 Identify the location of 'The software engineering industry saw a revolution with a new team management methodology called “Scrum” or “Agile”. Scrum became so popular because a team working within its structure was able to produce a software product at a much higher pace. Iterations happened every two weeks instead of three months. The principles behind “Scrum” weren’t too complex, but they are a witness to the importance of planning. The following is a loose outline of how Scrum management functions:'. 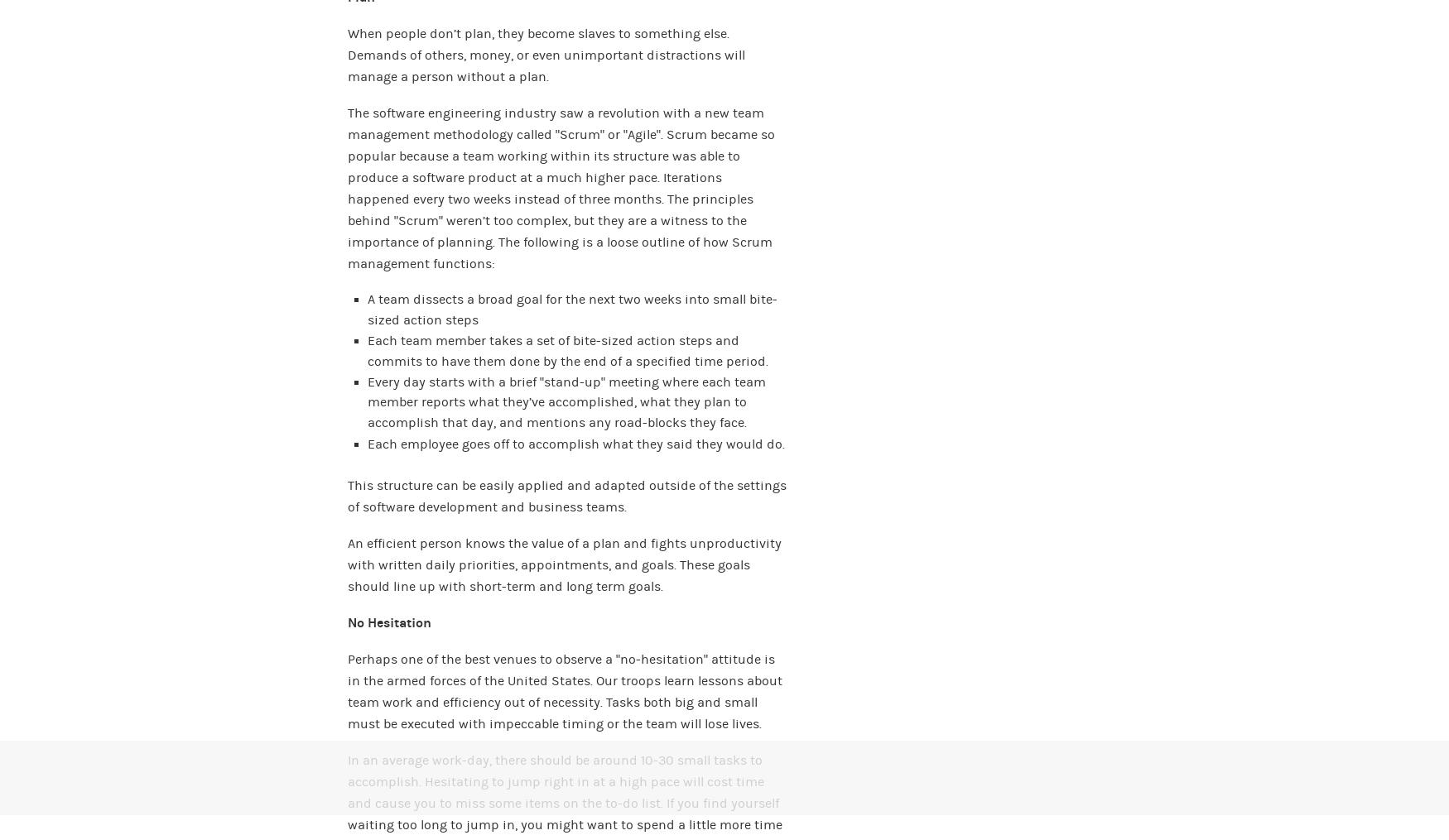
(347, 187).